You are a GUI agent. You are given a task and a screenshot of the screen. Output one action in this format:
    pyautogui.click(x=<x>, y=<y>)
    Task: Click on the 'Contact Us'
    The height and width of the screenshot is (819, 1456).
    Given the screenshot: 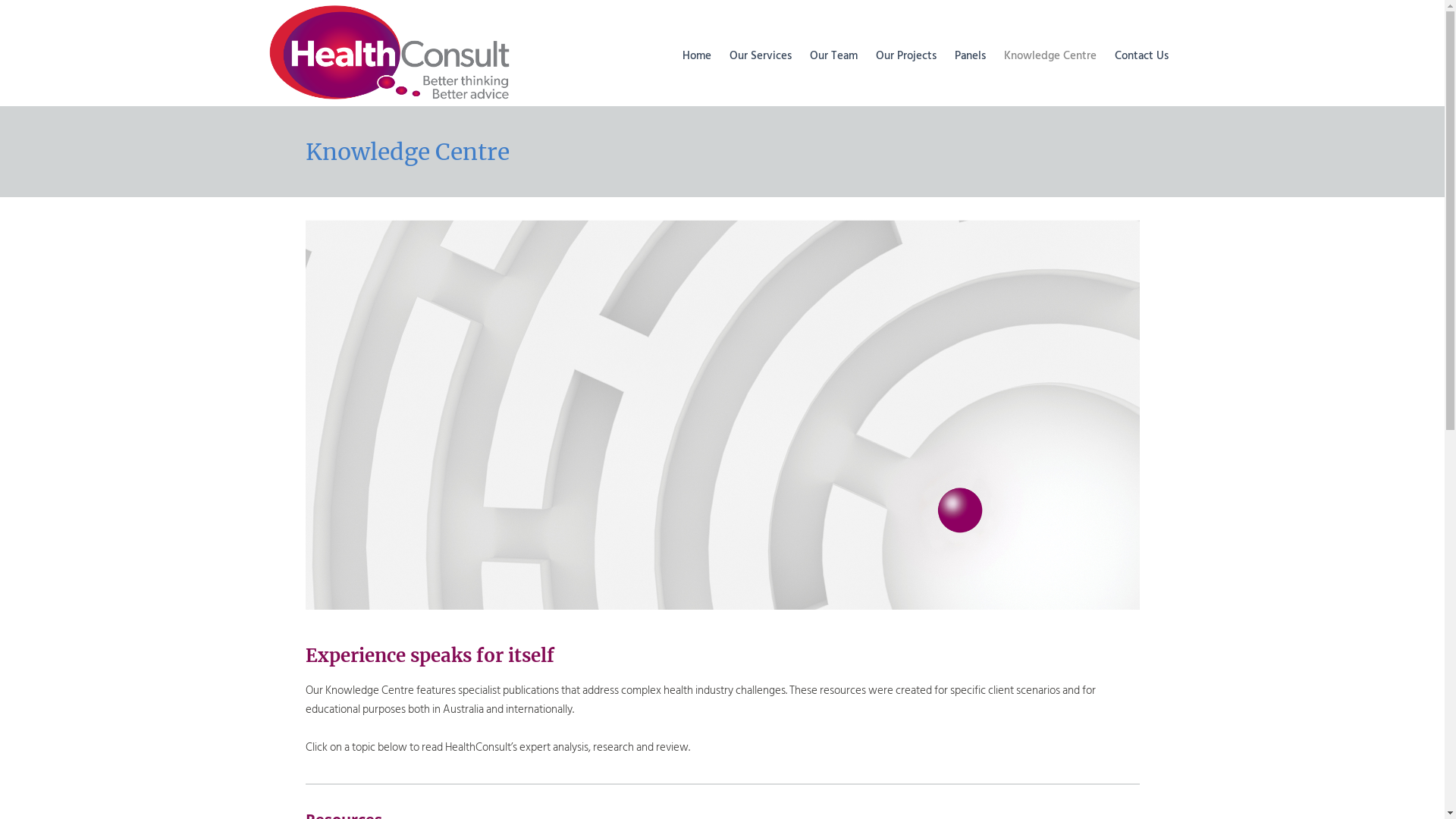 What is the action you would take?
    pyautogui.click(x=1141, y=55)
    